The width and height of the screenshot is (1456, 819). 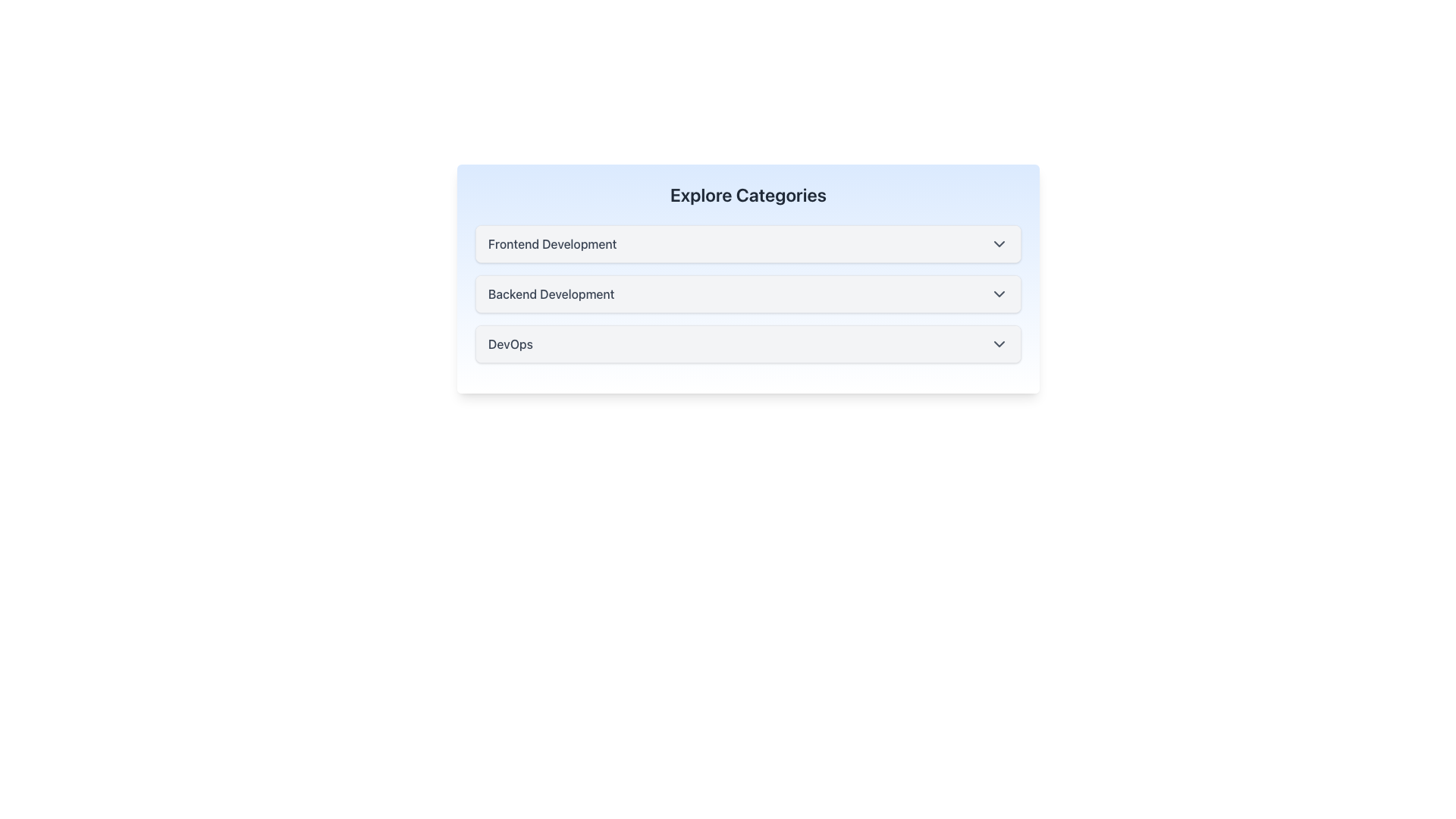 What do you see at coordinates (748, 294) in the screenshot?
I see `to select or expand the interactive card for 'Backend Development', which is the second card in a vertical arrangement of three cards` at bounding box center [748, 294].